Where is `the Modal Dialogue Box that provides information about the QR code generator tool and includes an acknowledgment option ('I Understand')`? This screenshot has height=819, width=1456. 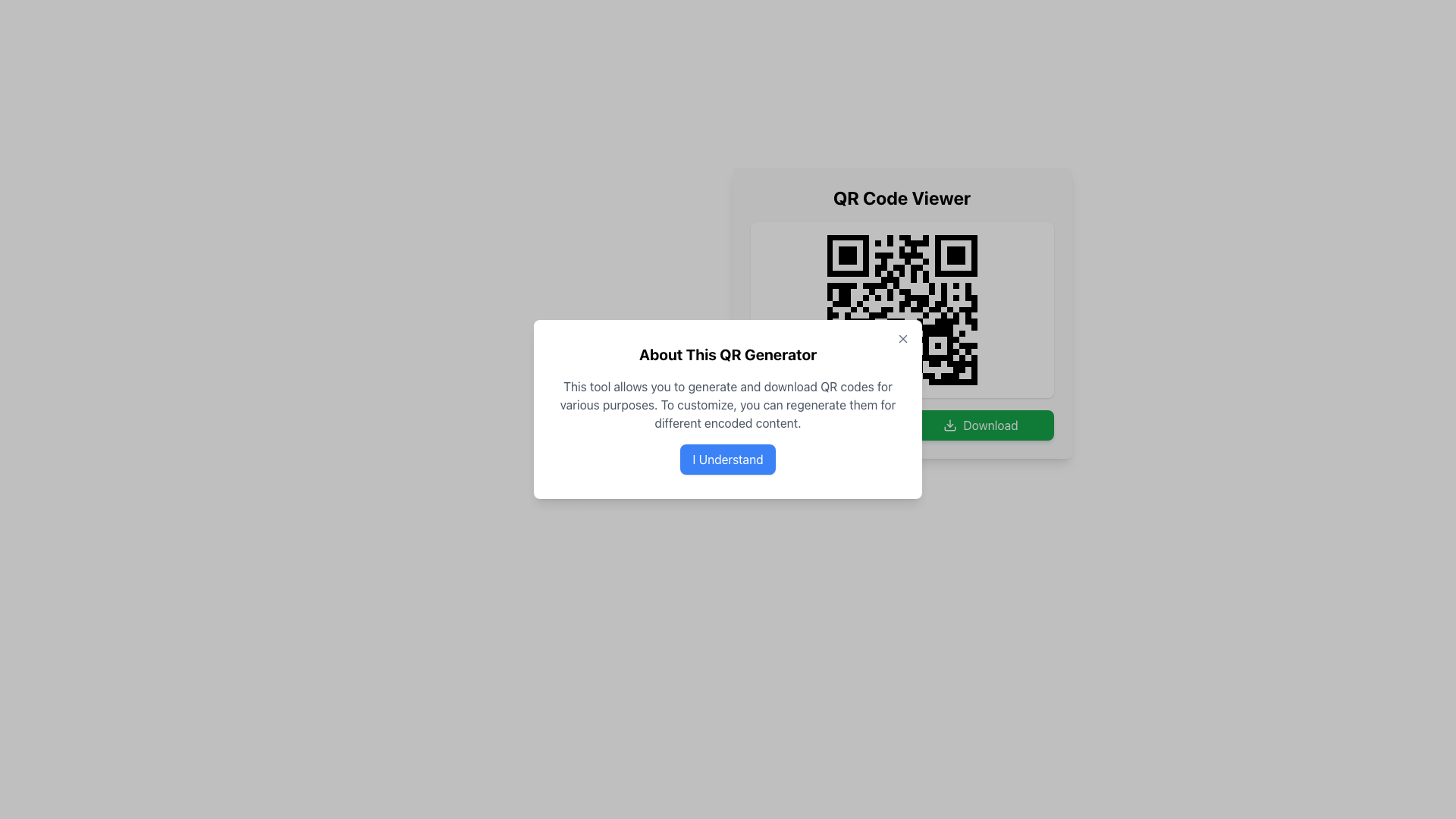
the Modal Dialogue Box that provides information about the QR code generator tool and includes an acknowledgment option ('I Understand') is located at coordinates (728, 409).